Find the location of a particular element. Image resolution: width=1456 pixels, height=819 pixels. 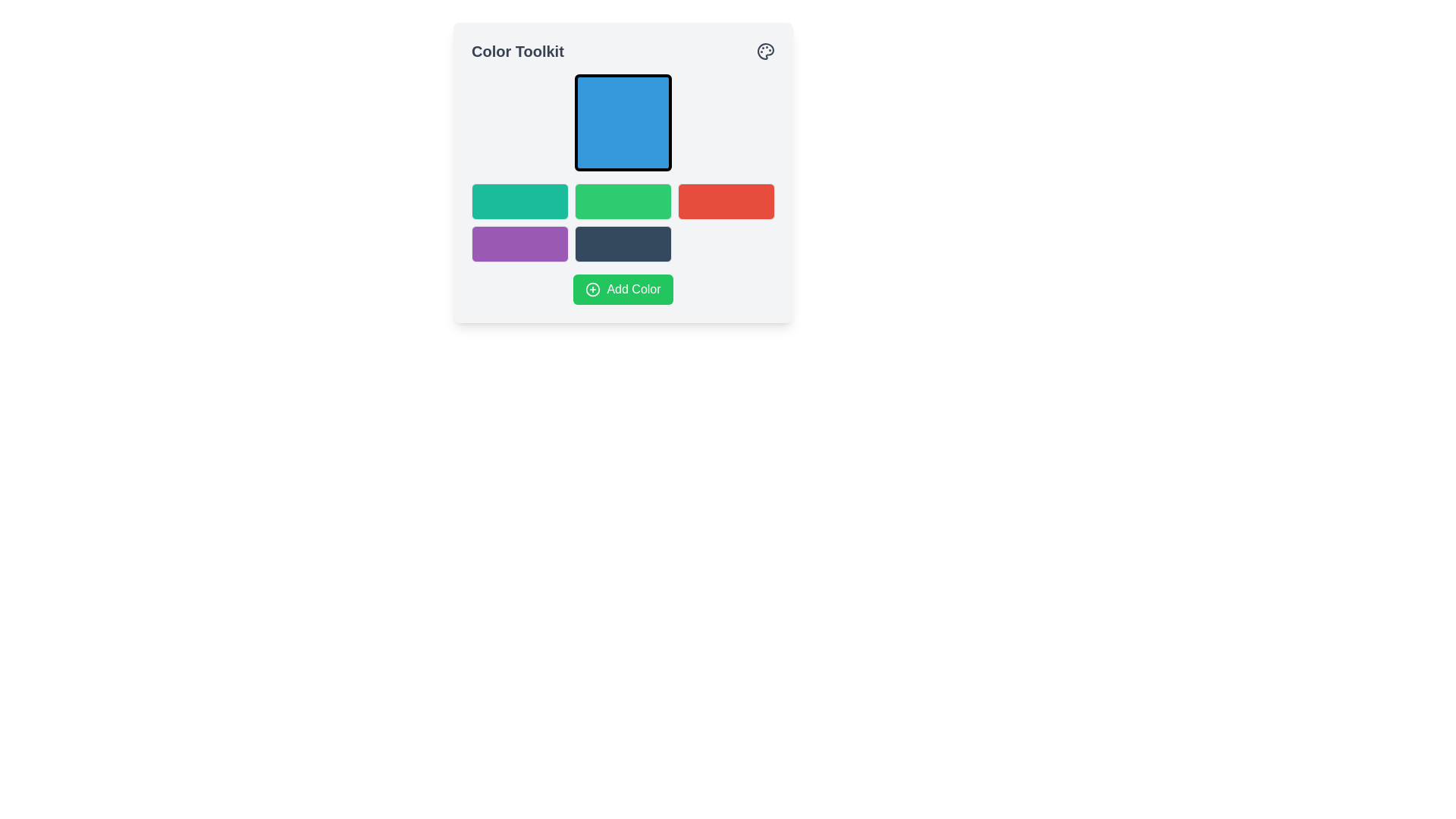

the decorative icon located in the top-right corner of the primary interface panel, above the title 'Color Toolkit' is located at coordinates (765, 51).